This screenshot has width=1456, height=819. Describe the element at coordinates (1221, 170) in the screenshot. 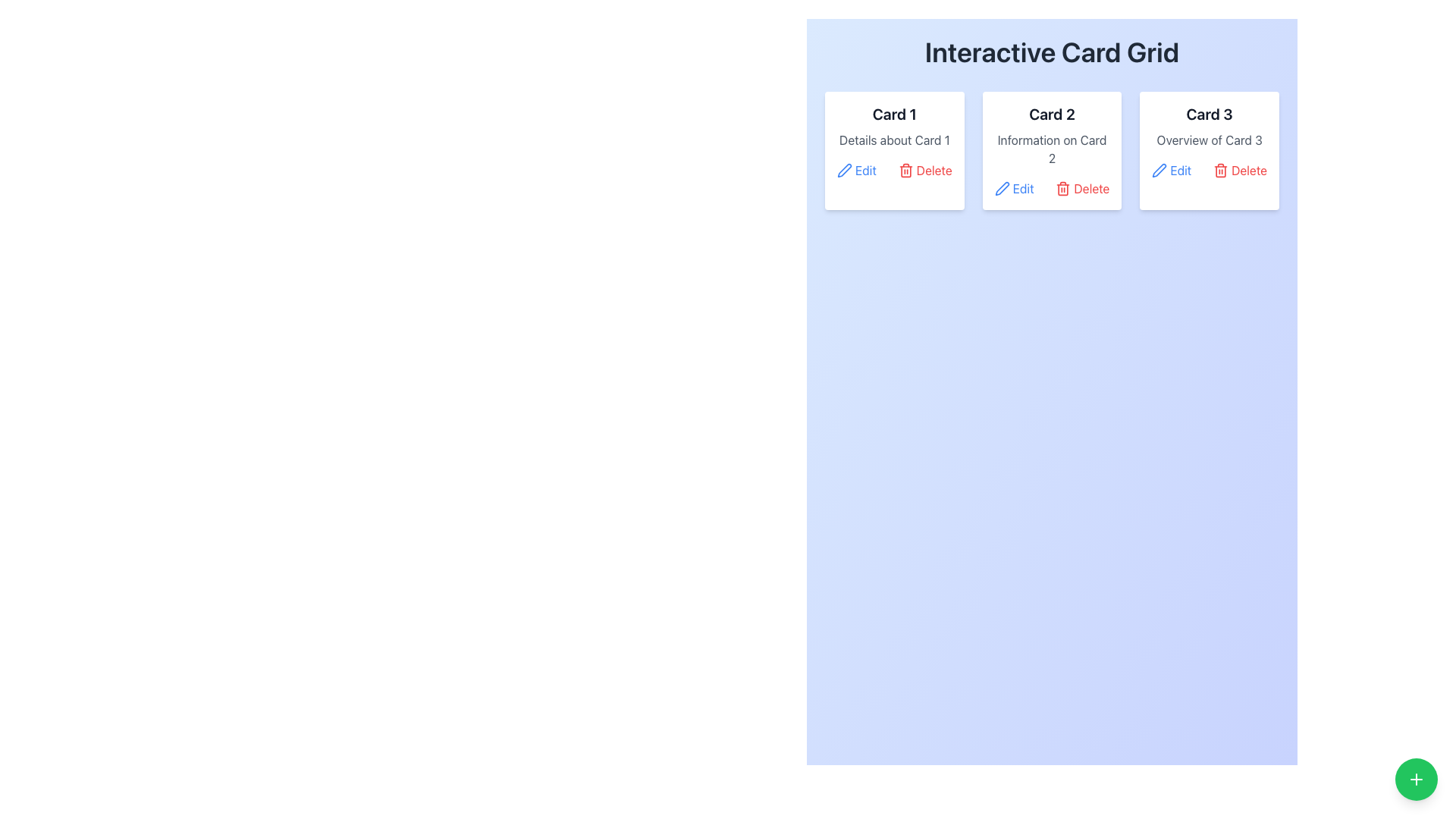

I see `the small red trash bin icon located on the right side of the text 'Delete' within the rightmost card of the horizontal card list` at that location.